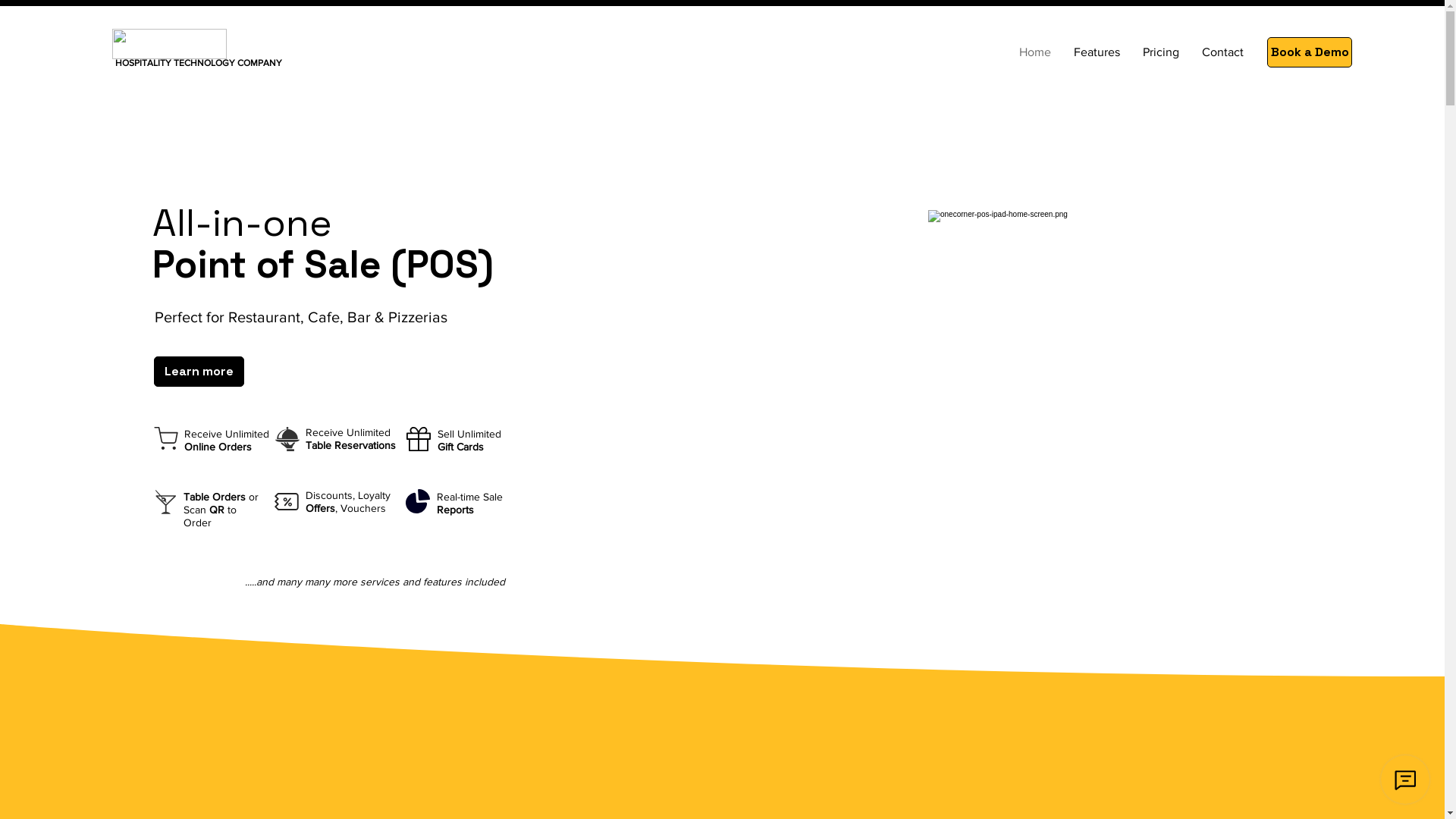 This screenshot has height=819, width=1456. I want to click on 'Home', so click(1034, 52).